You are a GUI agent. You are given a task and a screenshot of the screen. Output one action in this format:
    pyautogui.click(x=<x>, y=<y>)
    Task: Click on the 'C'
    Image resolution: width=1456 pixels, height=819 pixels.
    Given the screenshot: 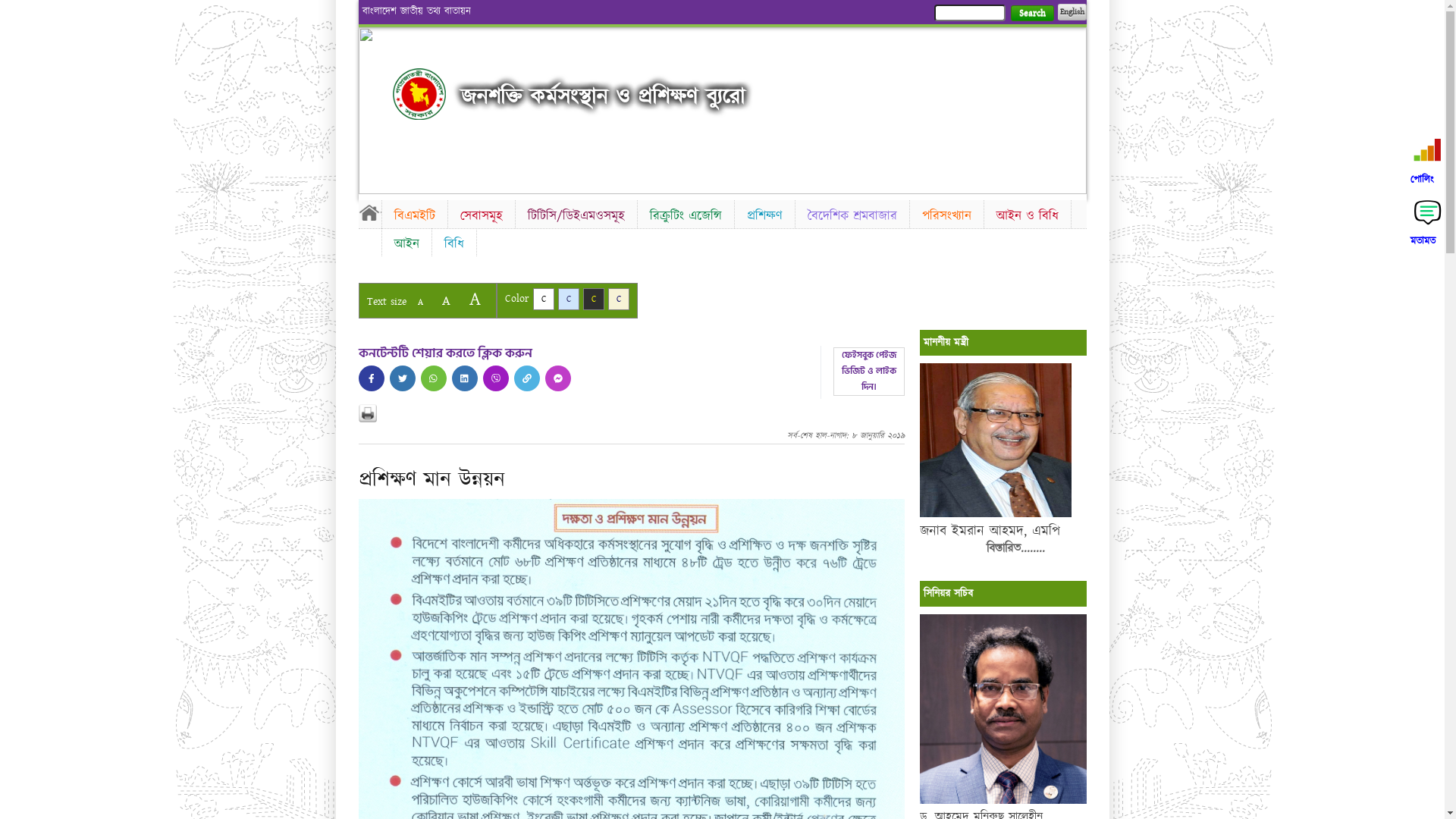 What is the action you would take?
    pyautogui.click(x=542, y=299)
    